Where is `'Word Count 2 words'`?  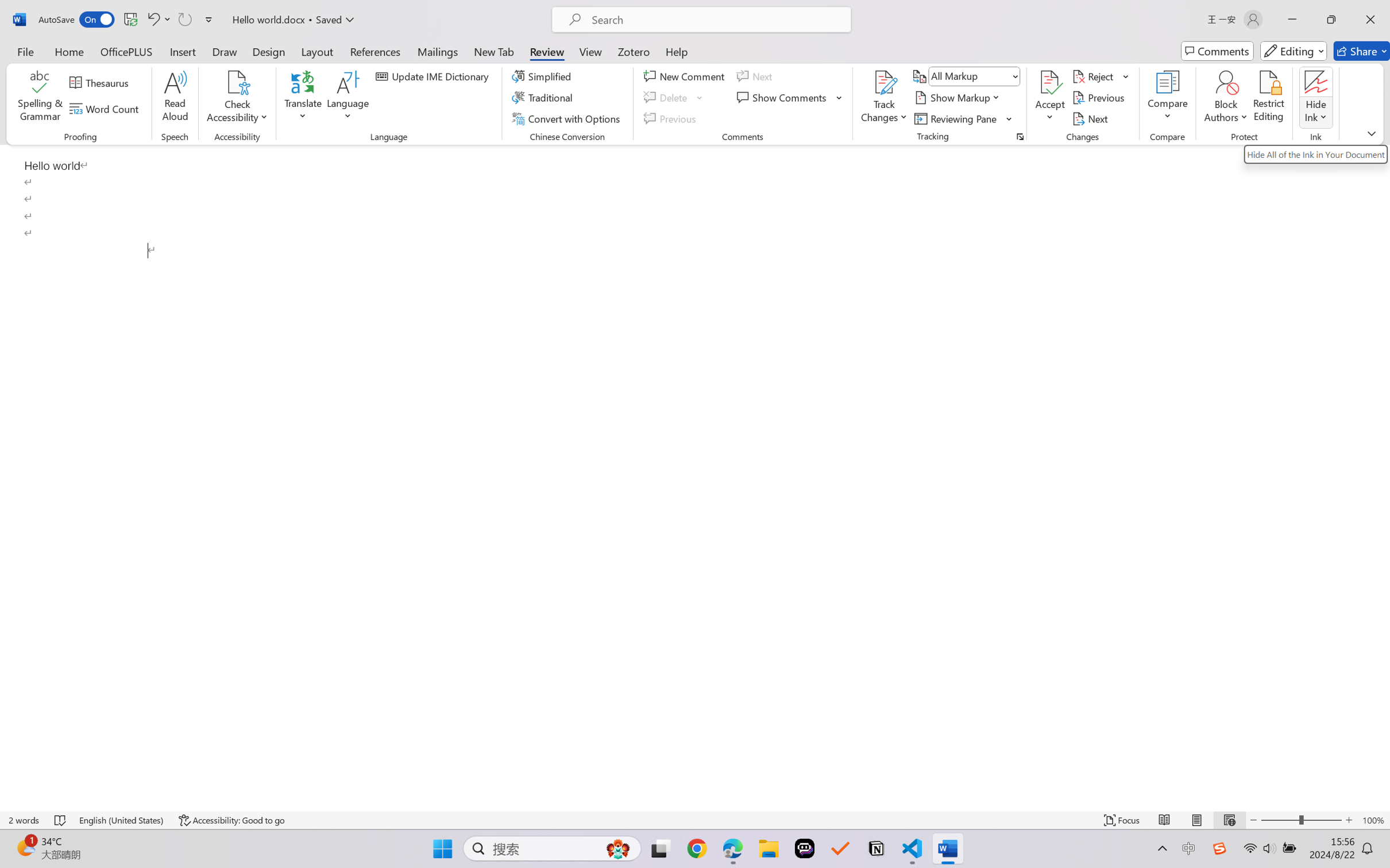
'Word Count 2 words' is located at coordinates (24, 820).